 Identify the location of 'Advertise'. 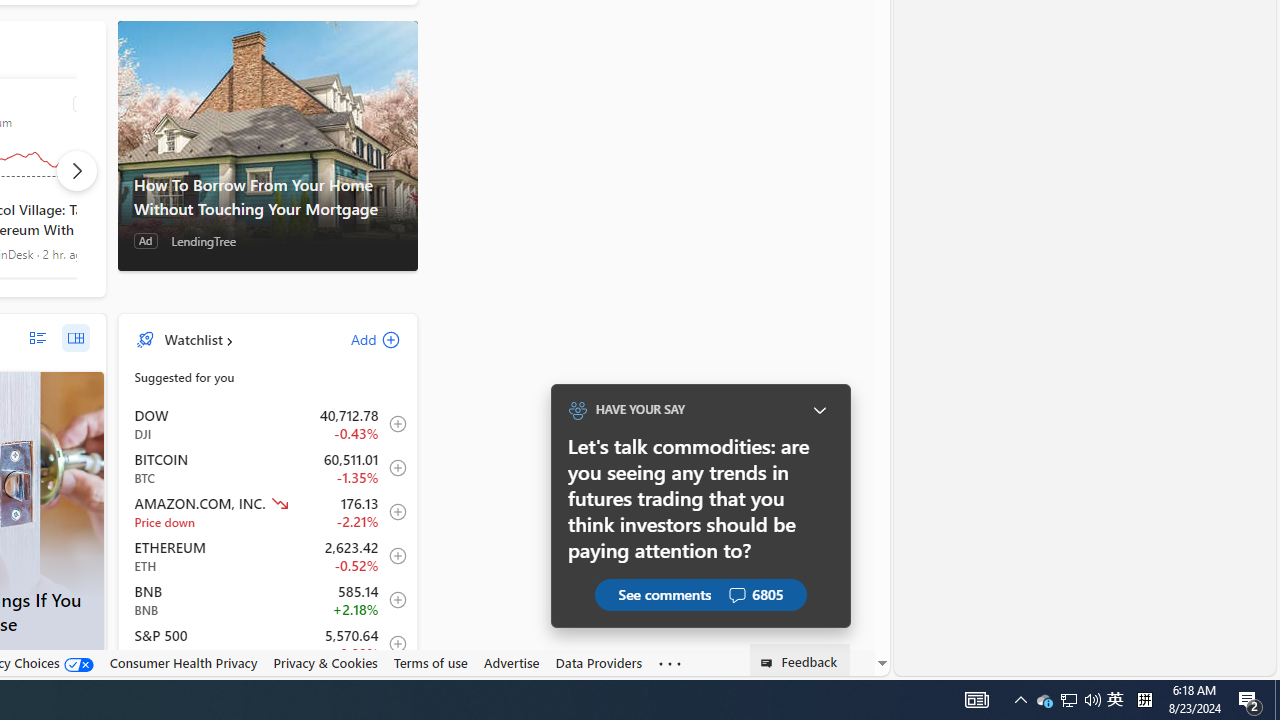
(511, 663).